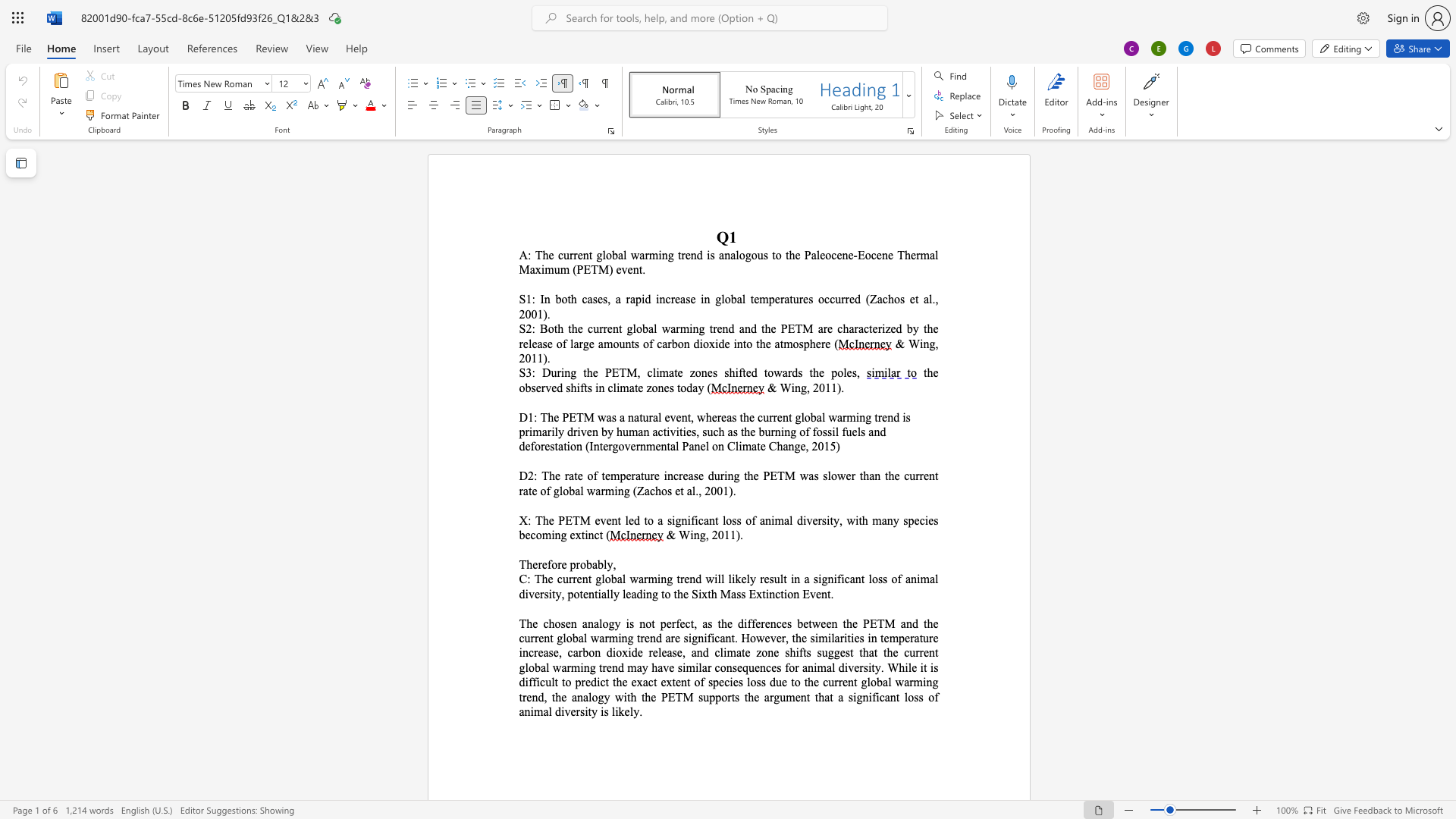  I want to click on the 1th character "e" in the text, so click(934, 372).